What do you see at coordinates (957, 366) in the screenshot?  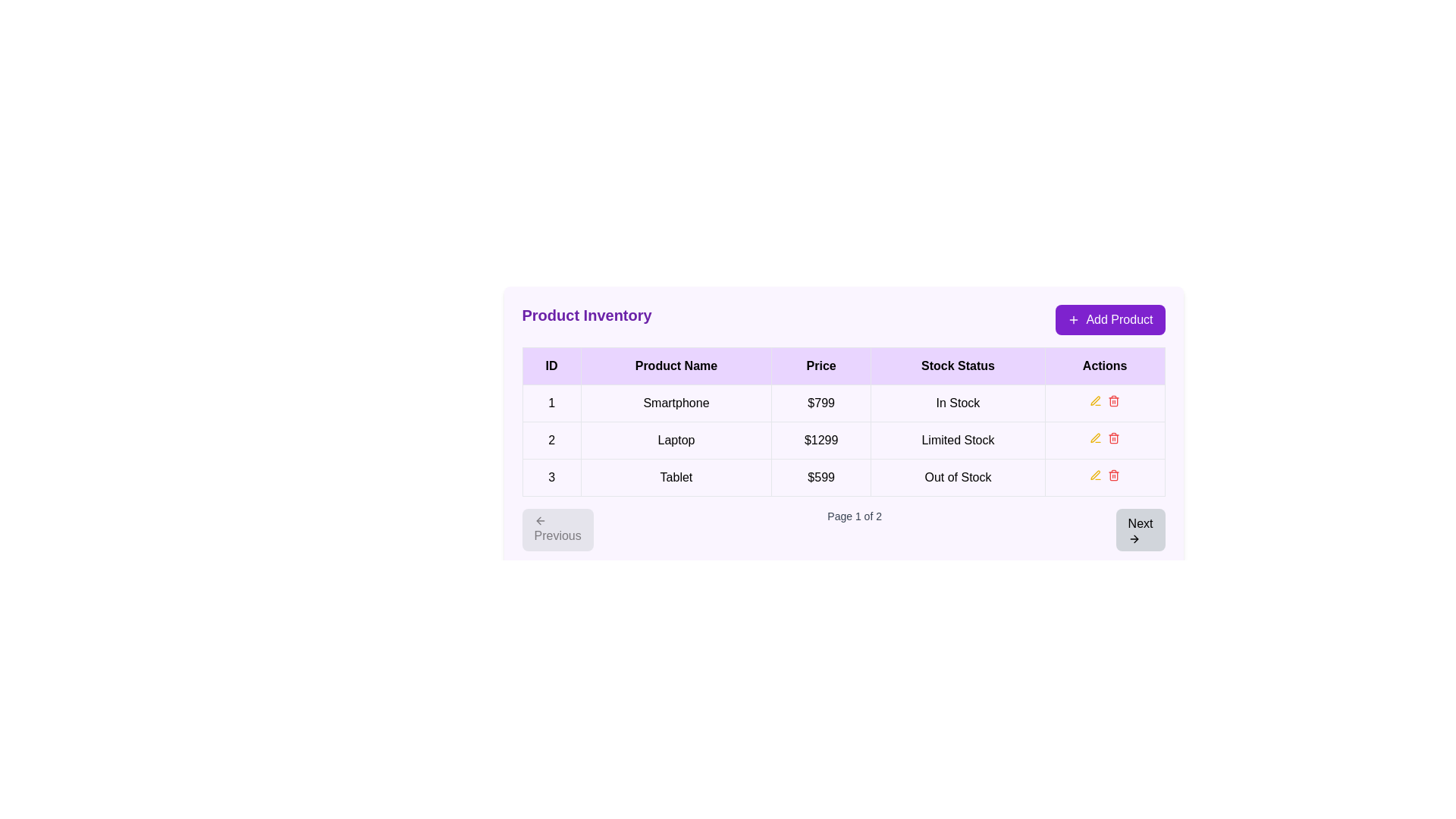 I see `the fourth table header label that indicates the stock status of listed products, which is centrally aligned between 'Price' and 'Actions'` at bounding box center [957, 366].